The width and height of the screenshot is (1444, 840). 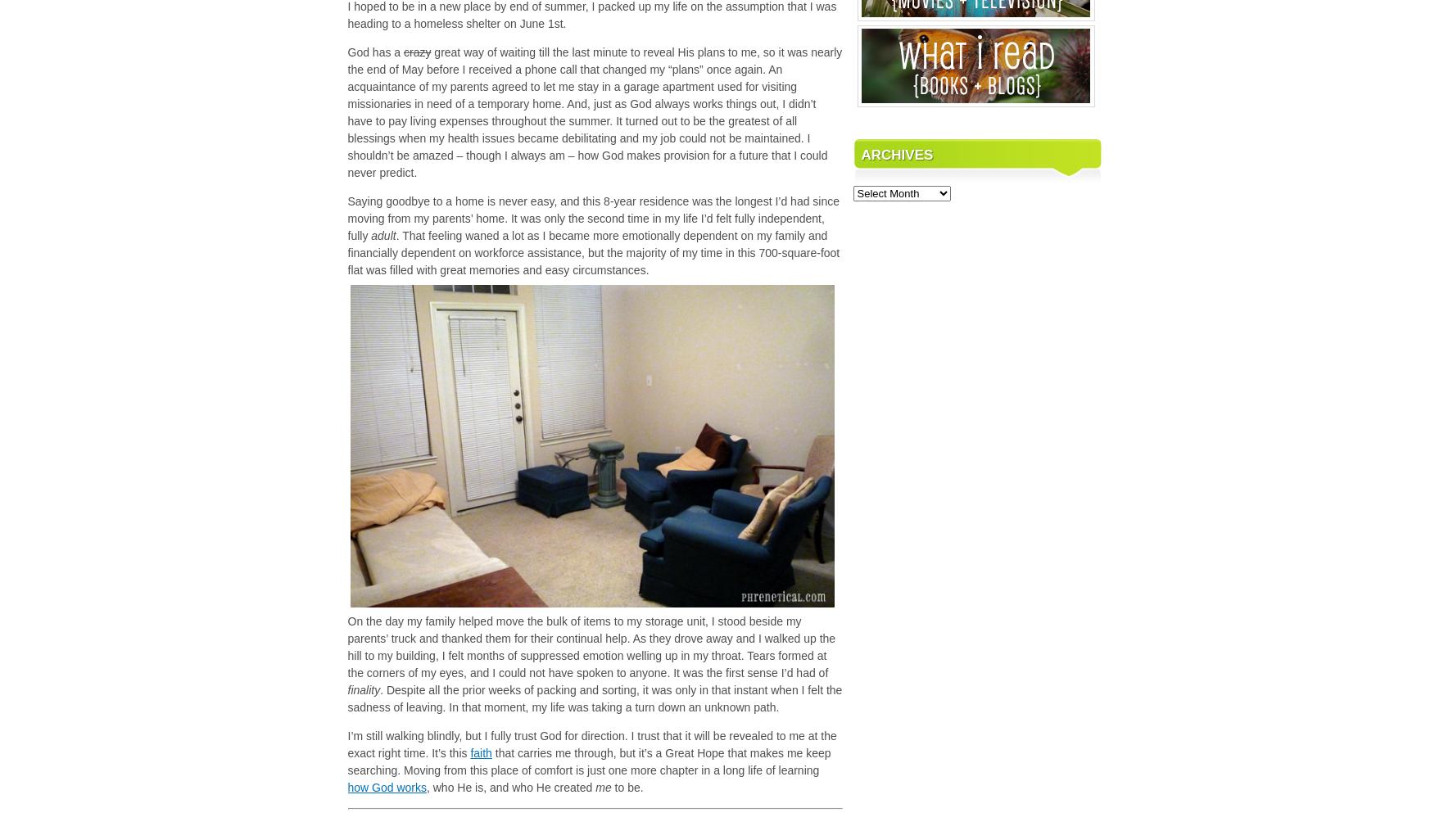 What do you see at coordinates (347, 761) in the screenshot?
I see `'that carries me through, but it’s a Great Hope that makes me keep searching. Moving from this place of comfort is just one more chapter in a long life of learning'` at bounding box center [347, 761].